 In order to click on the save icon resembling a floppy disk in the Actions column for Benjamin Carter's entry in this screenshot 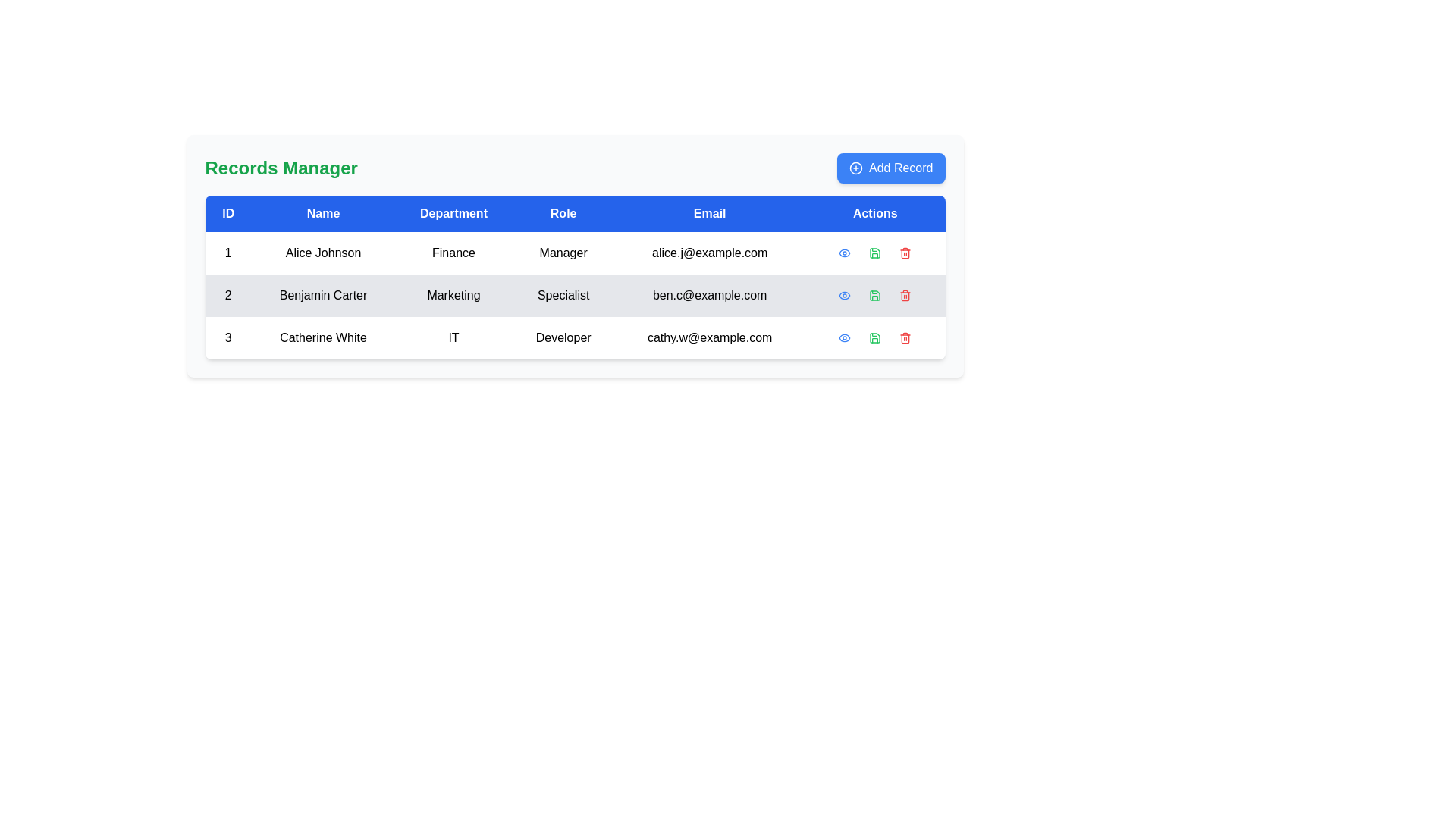, I will do `click(875, 253)`.